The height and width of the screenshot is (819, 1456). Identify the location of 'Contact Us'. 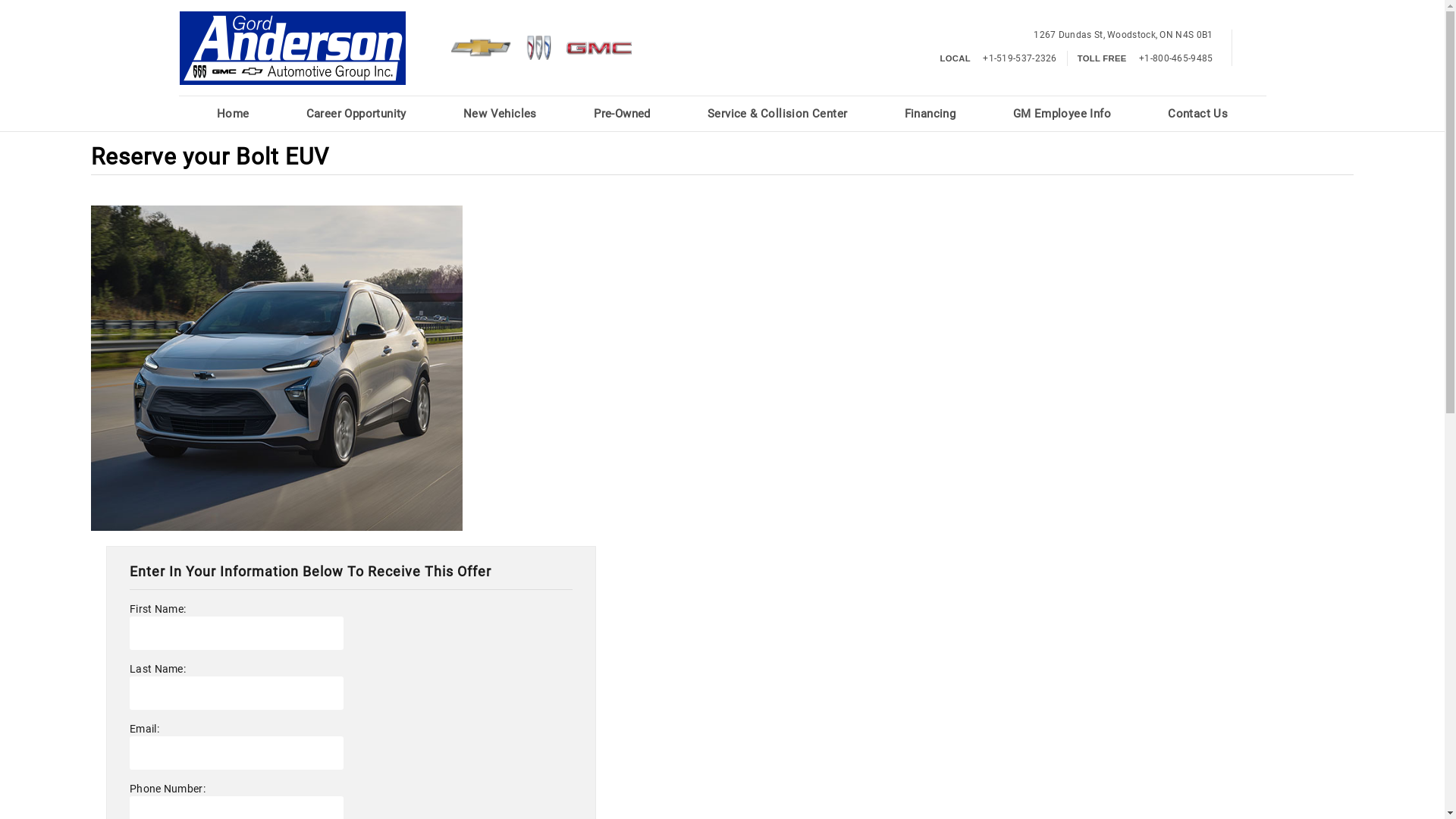
(1197, 113).